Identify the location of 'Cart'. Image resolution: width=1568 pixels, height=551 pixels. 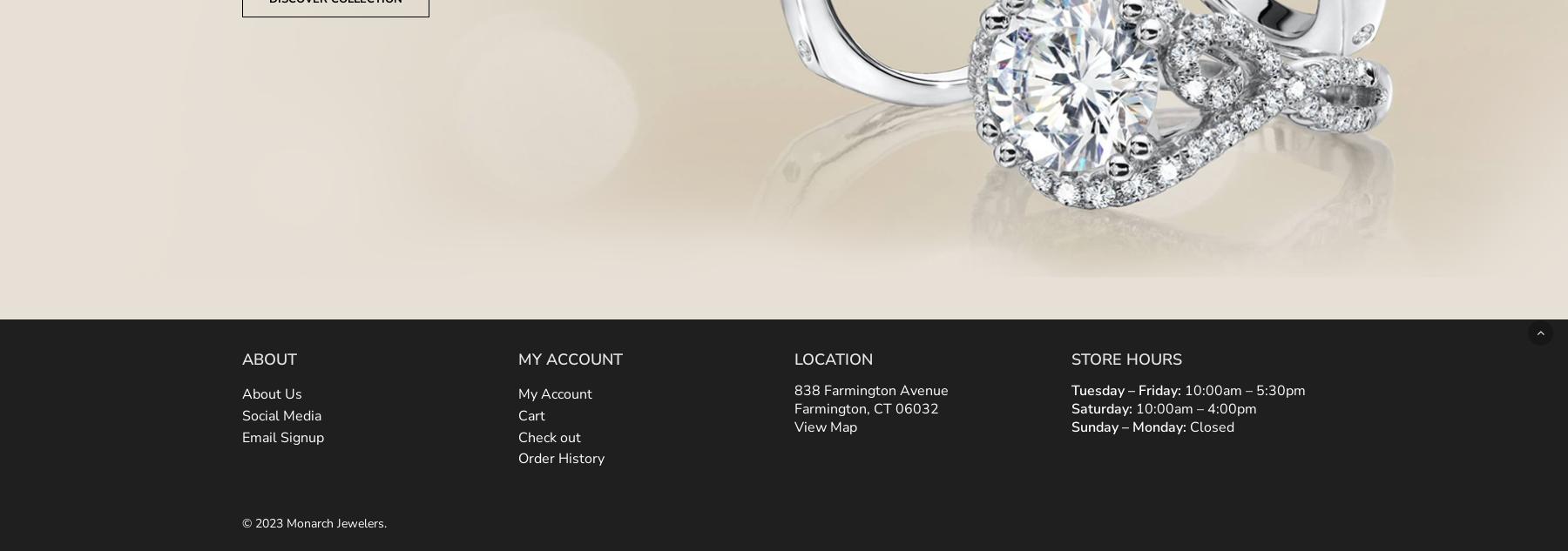
(531, 415).